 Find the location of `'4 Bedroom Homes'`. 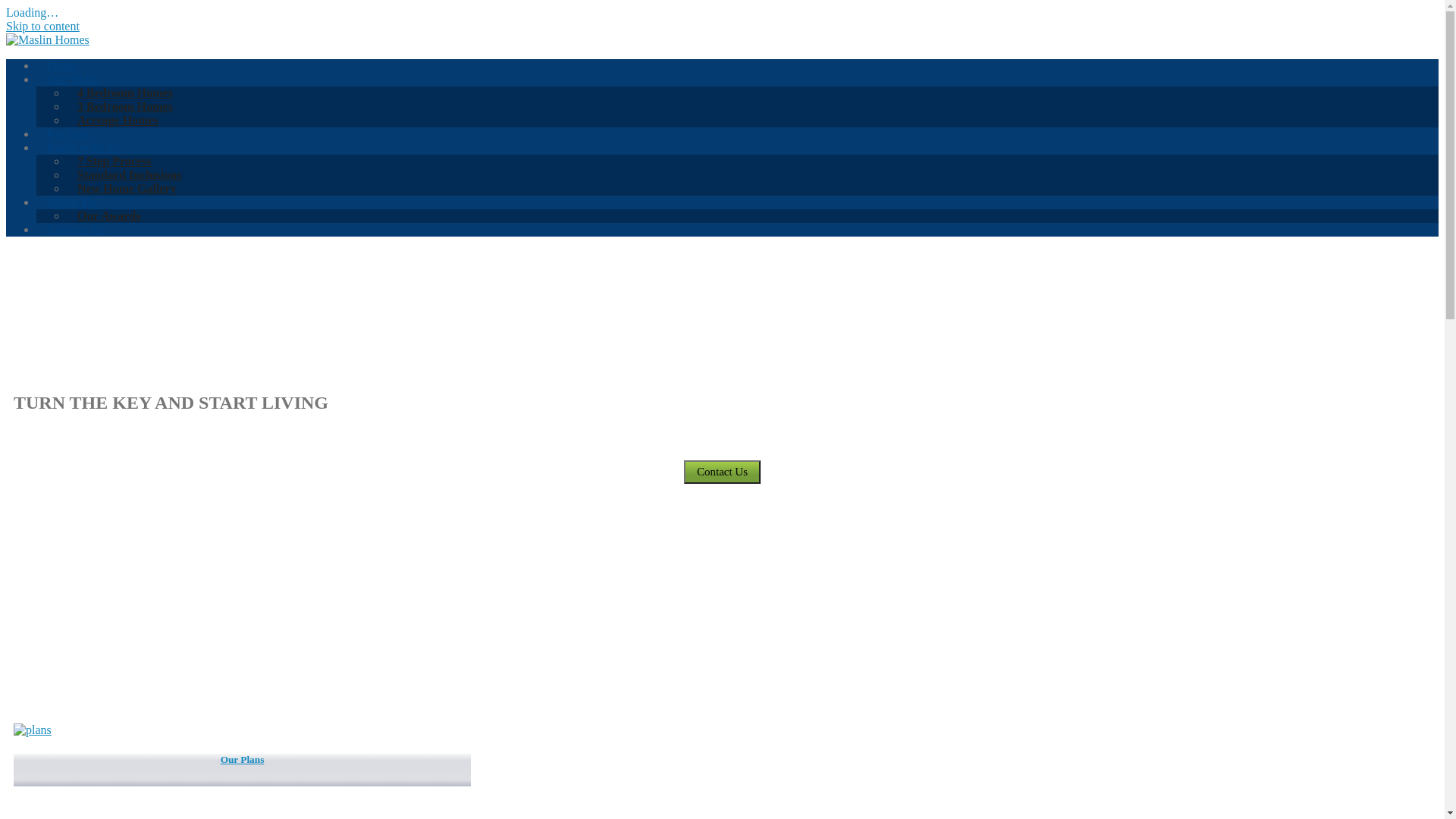

'4 Bedroom Homes' is located at coordinates (124, 93).